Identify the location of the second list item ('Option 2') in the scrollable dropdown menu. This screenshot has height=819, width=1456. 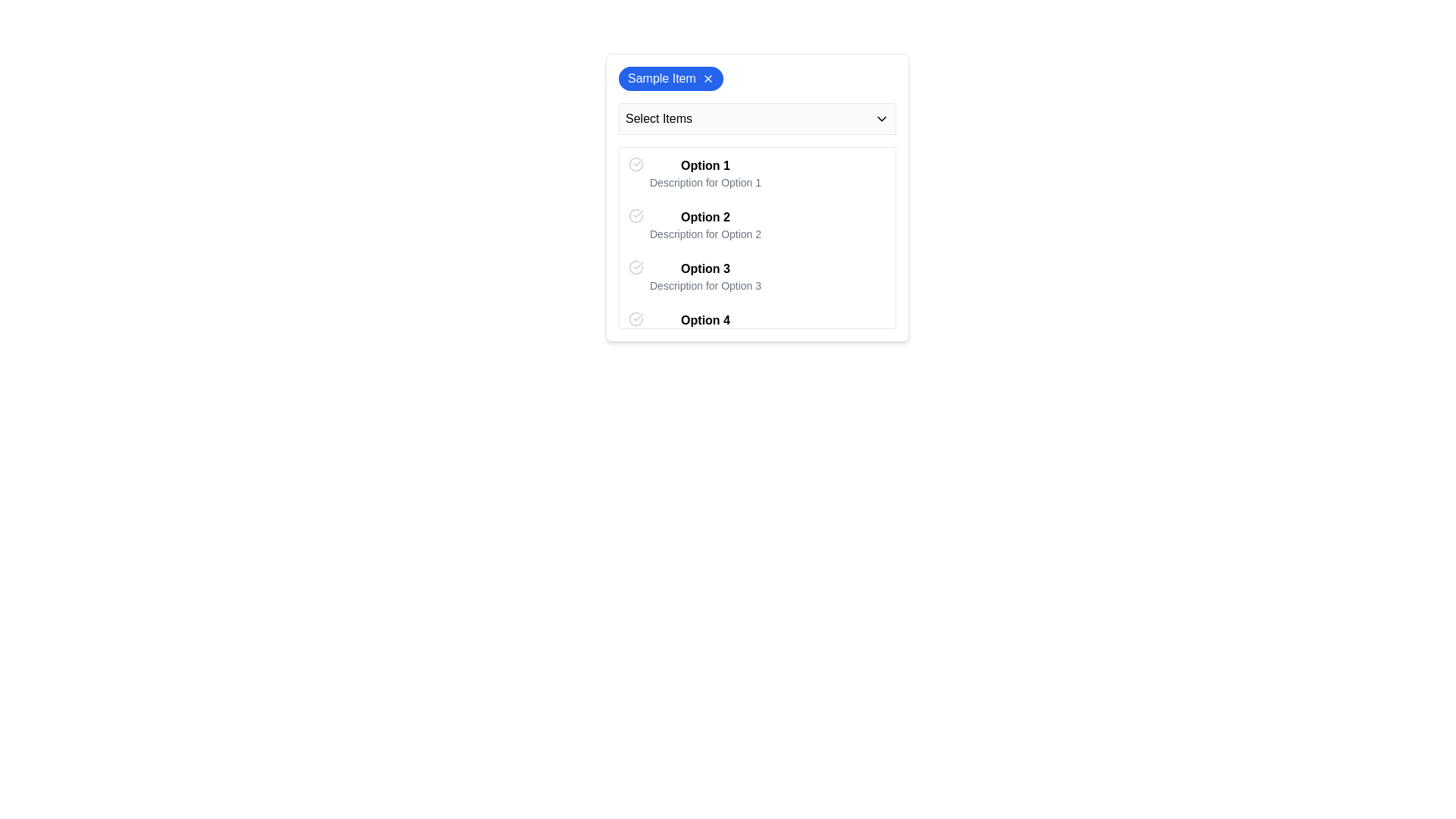
(757, 237).